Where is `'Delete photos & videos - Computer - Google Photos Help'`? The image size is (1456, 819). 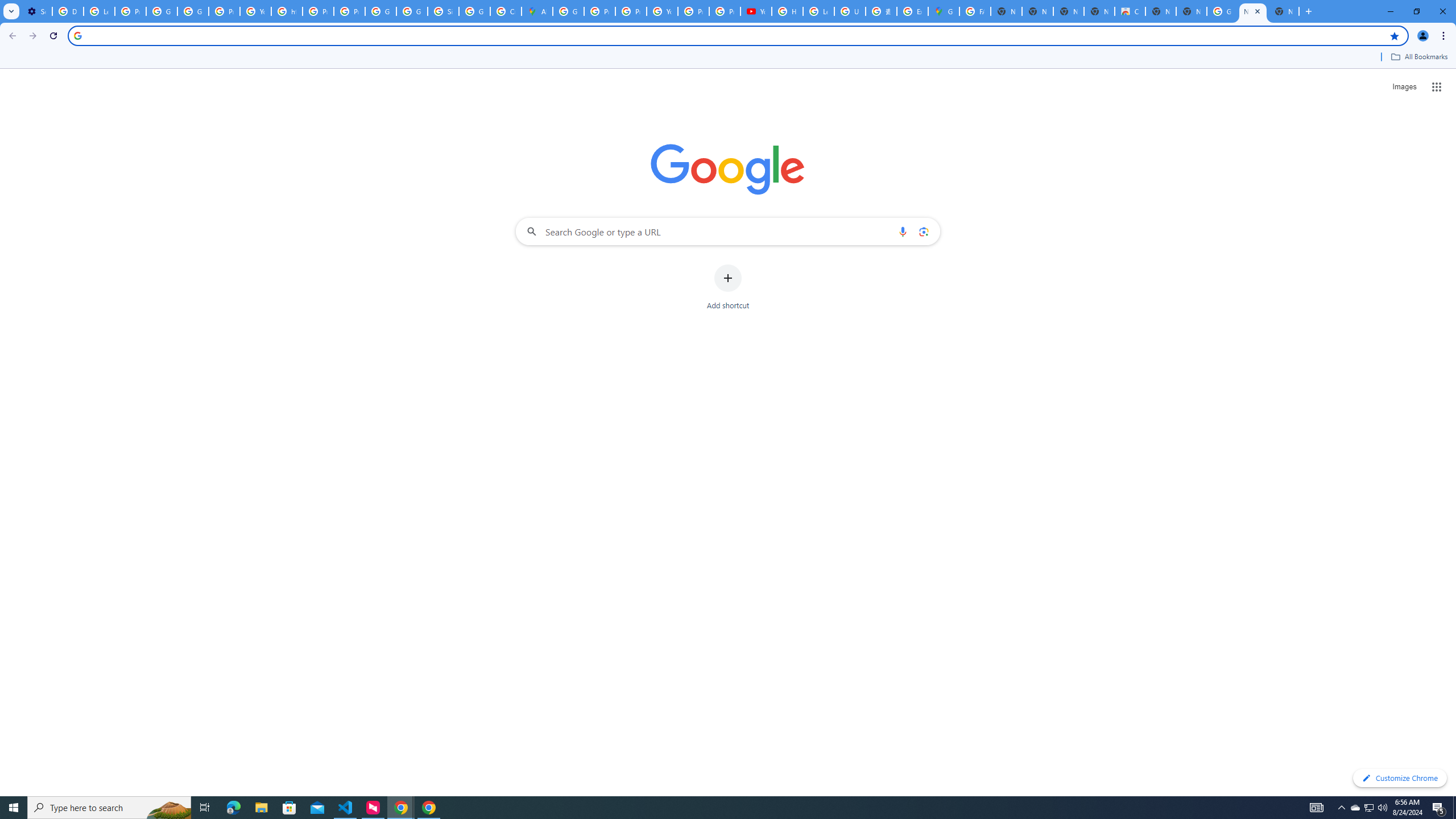 'Delete photos & videos - Computer - Google Photos Help' is located at coordinates (67, 11).